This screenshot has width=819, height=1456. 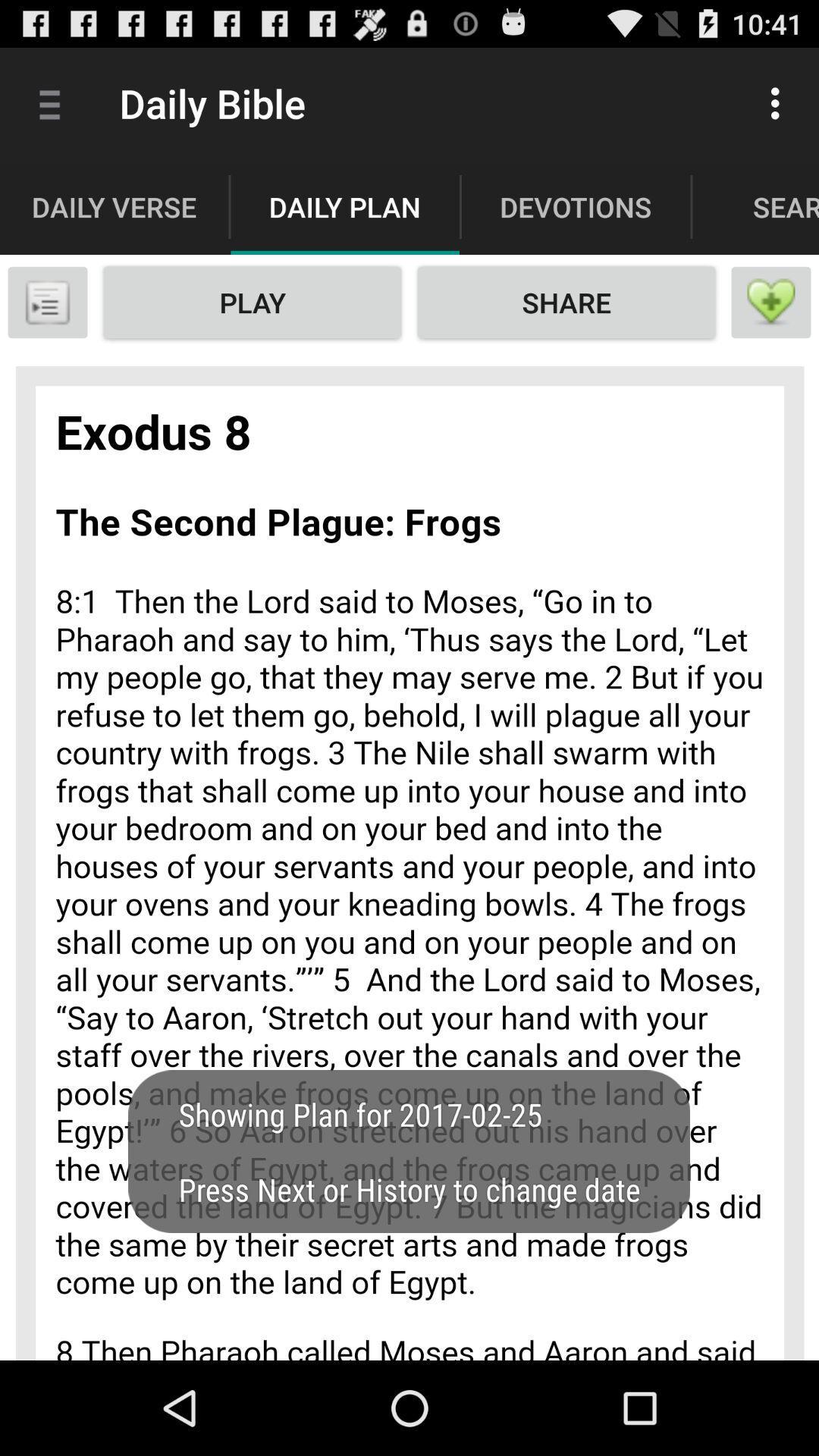 I want to click on increment button, so click(x=771, y=302).